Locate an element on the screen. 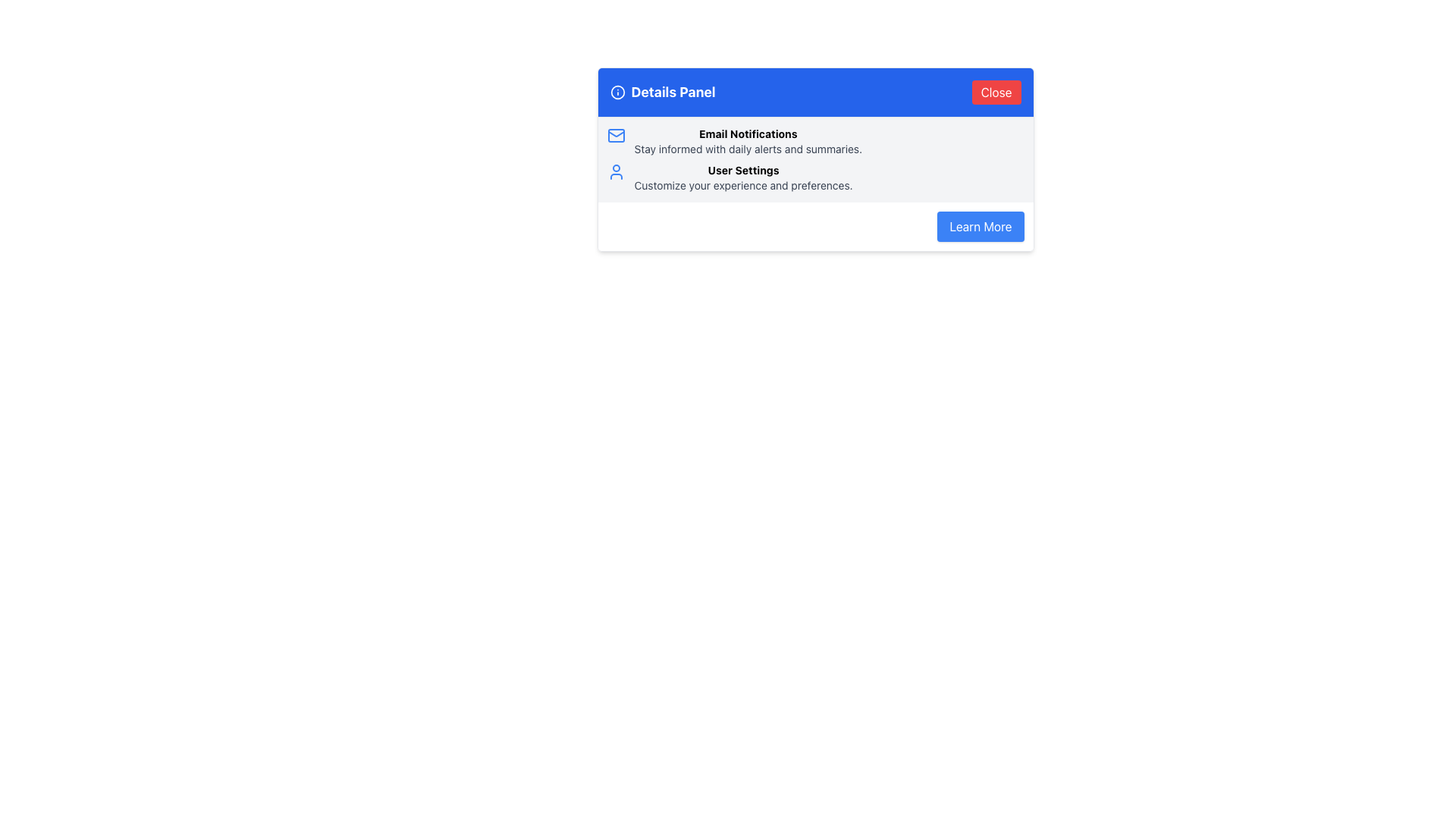 Image resolution: width=1456 pixels, height=819 pixels. information from the text label that says 'Stay informed with daily alerts and summaries.' located below the 'Email Notifications' title in the 'Details Panel' is located at coordinates (748, 149).